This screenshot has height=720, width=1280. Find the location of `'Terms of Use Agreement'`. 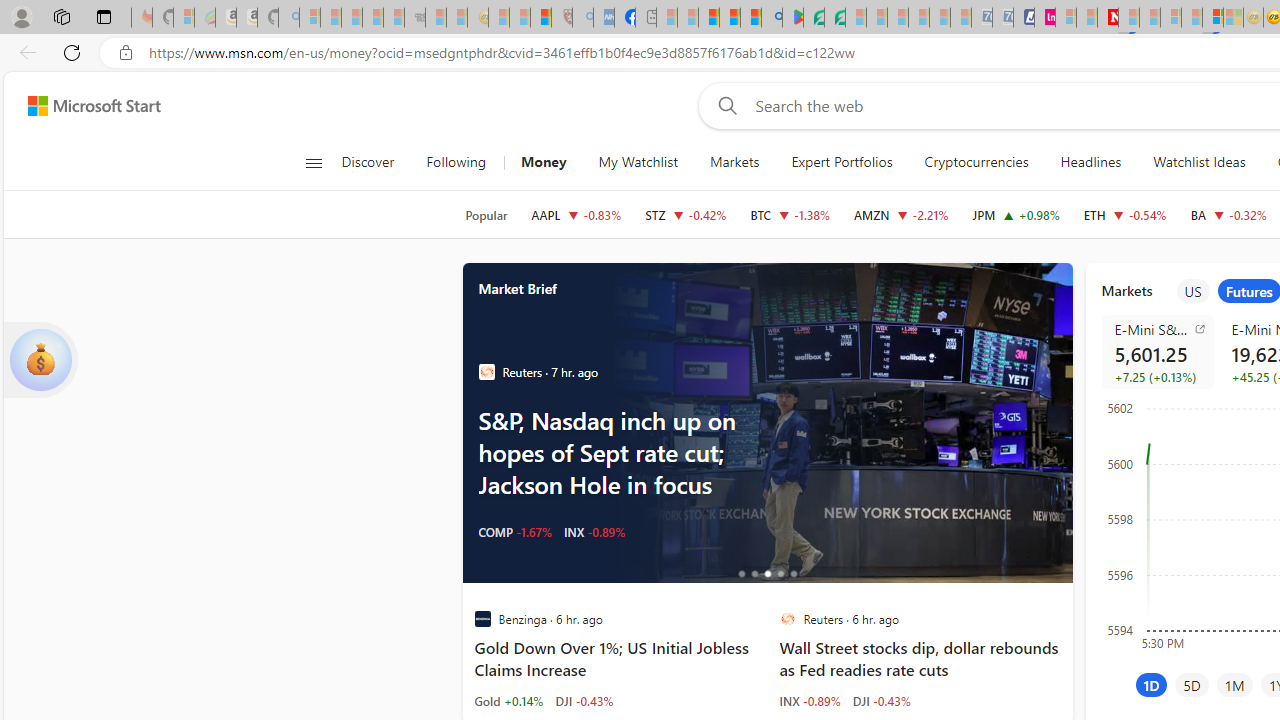

'Terms of Use Agreement' is located at coordinates (814, 17).